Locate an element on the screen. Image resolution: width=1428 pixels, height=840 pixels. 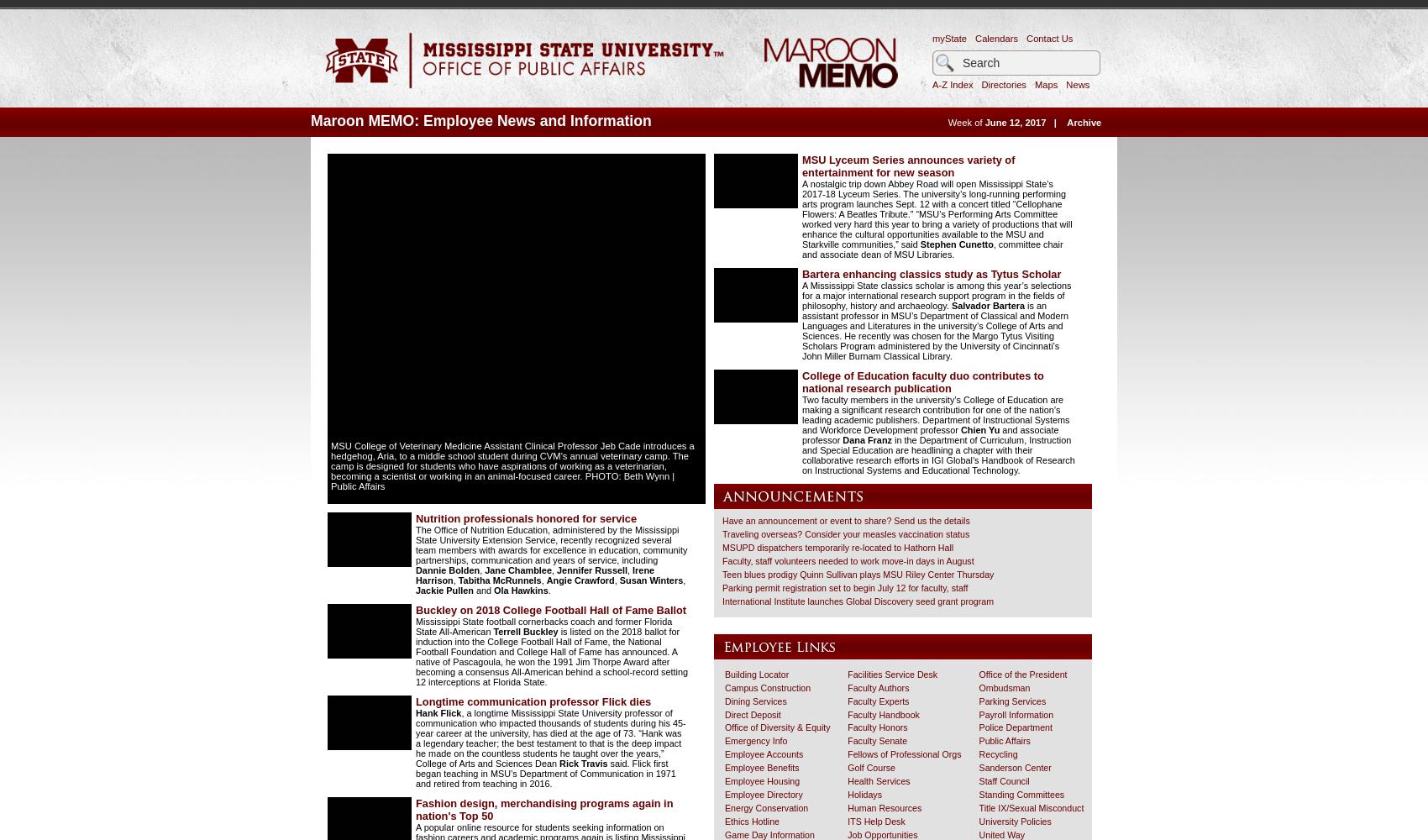
'Fellows of Professional Orgs' is located at coordinates (904, 754).